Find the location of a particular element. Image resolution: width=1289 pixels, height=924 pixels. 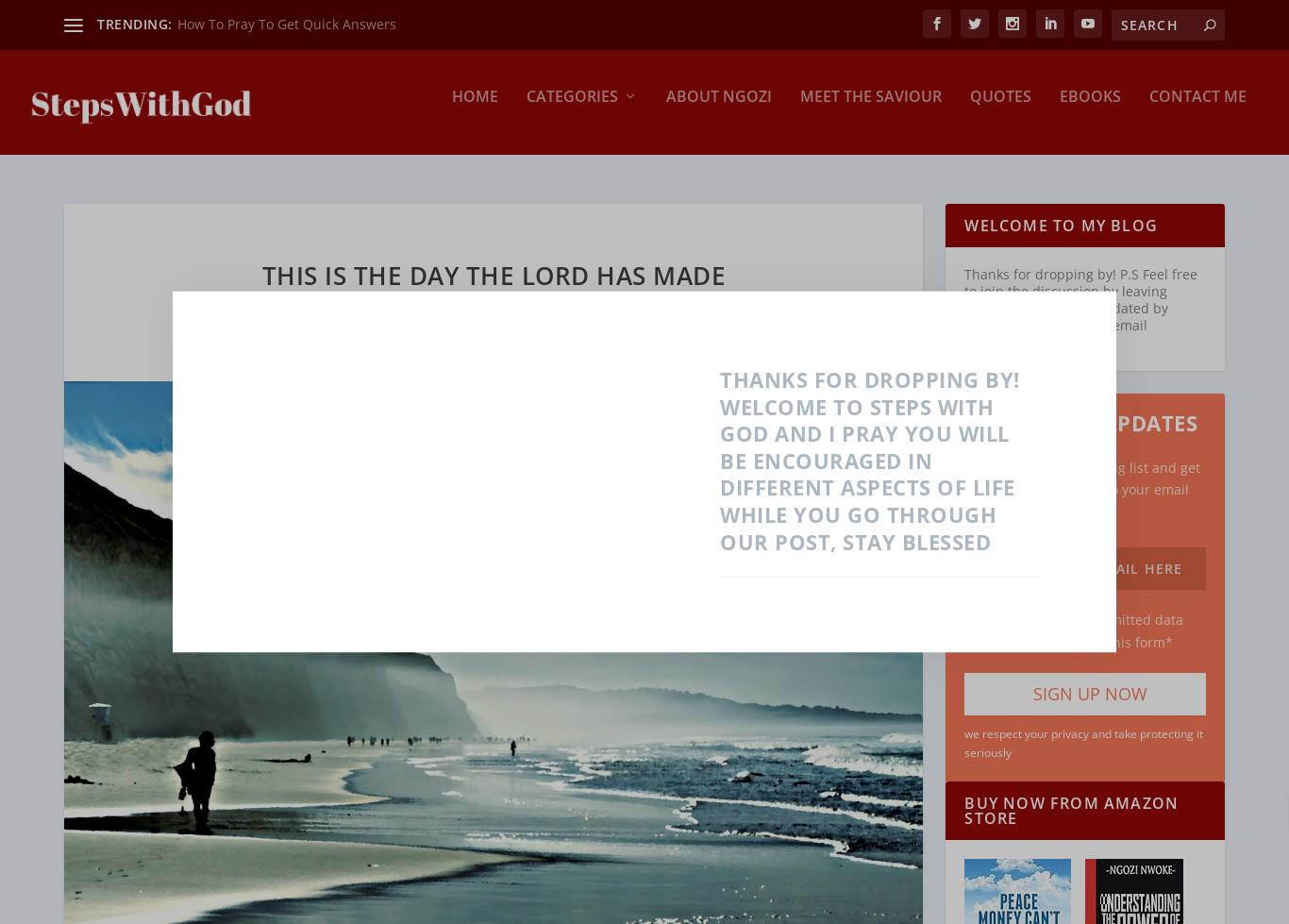

'Welcome To My Blog' is located at coordinates (1059, 212).